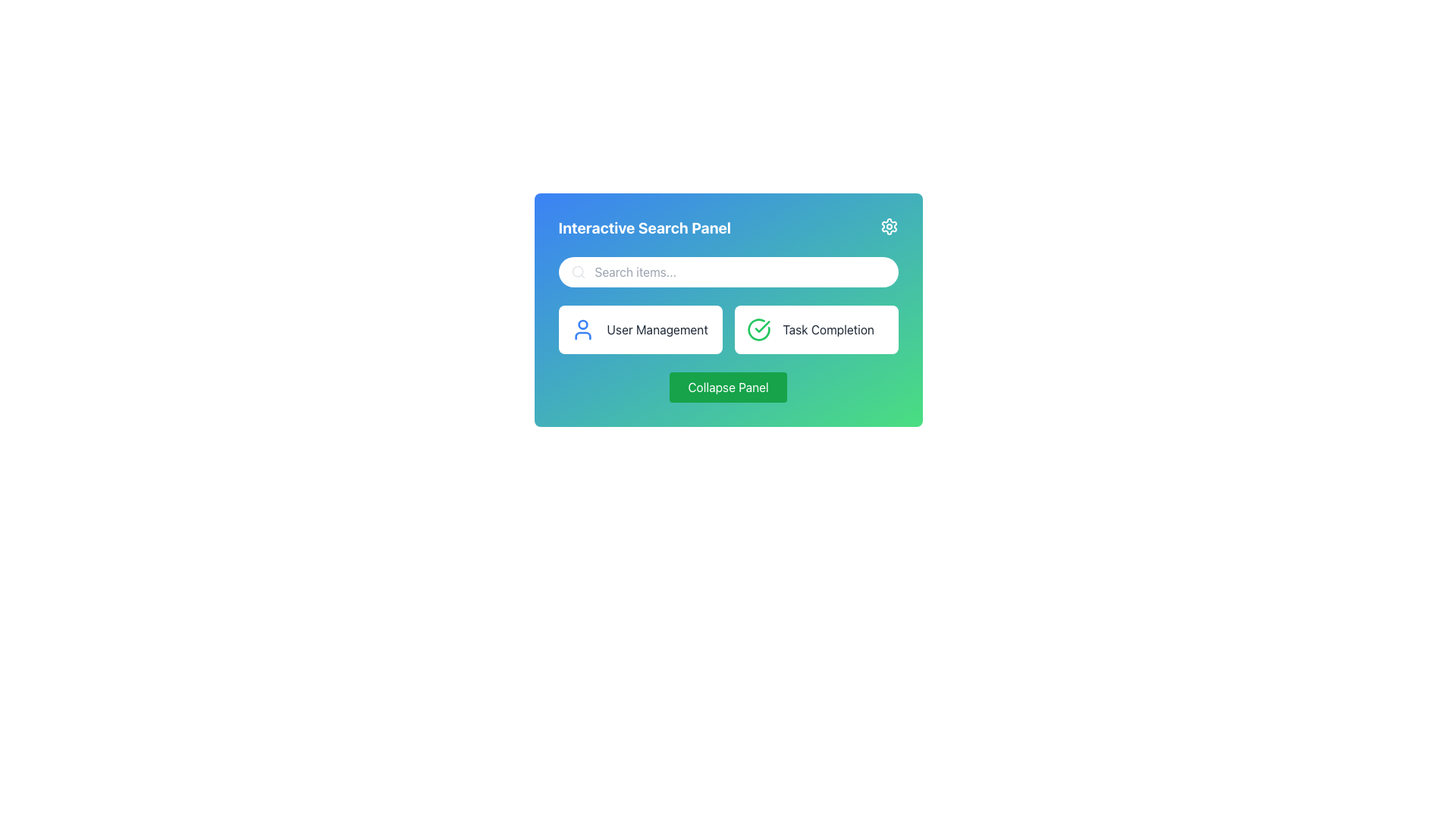  I want to click on the settings control represented by the cogwheel SVG icon located in the top-right corner of the central panel interface to initiate settings, so click(889, 227).